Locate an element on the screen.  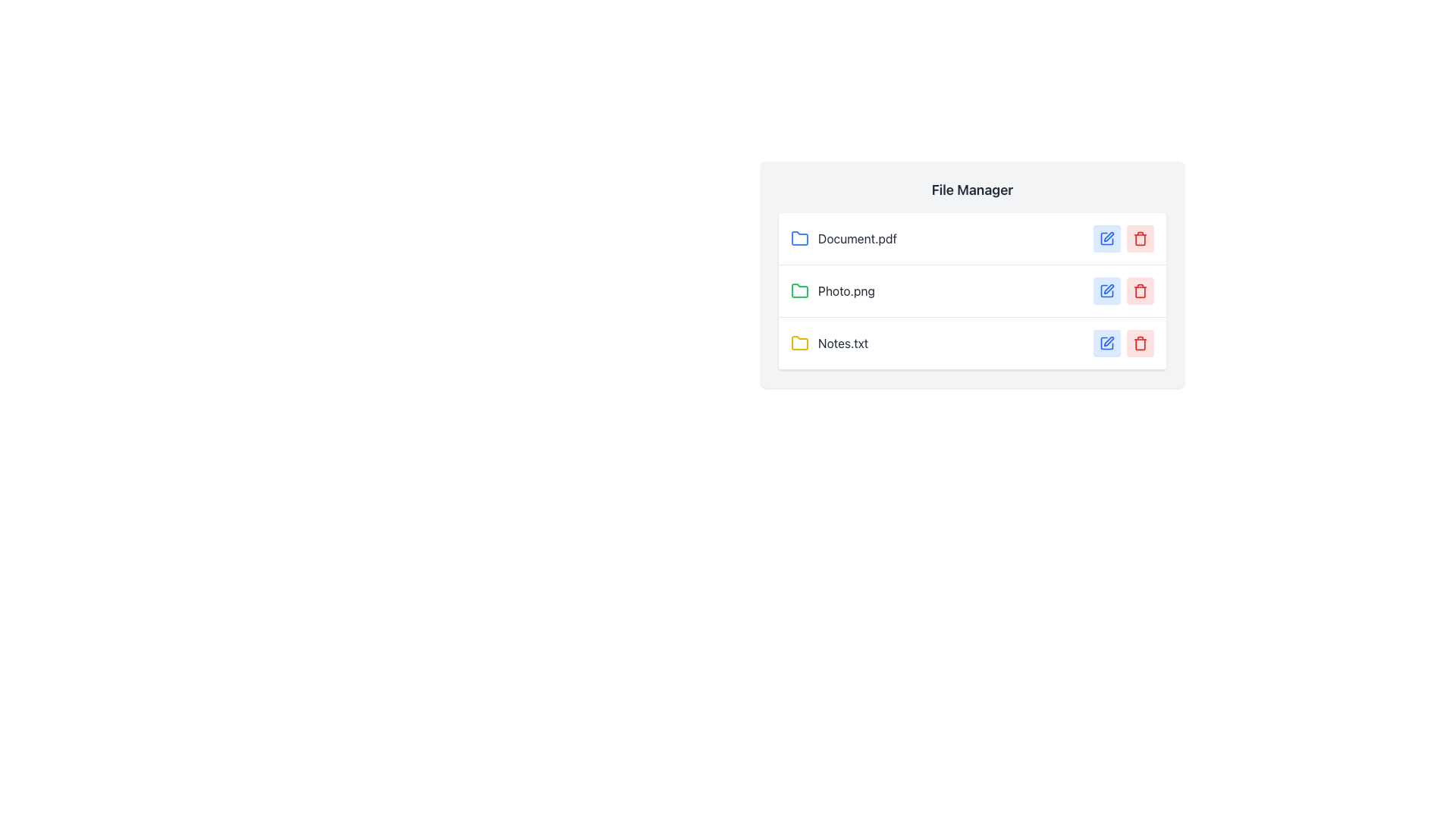
the static text label displaying 'Document.pdf' in gray font, positioned next to a folder icon in a file manager interface is located at coordinates (858, 239).